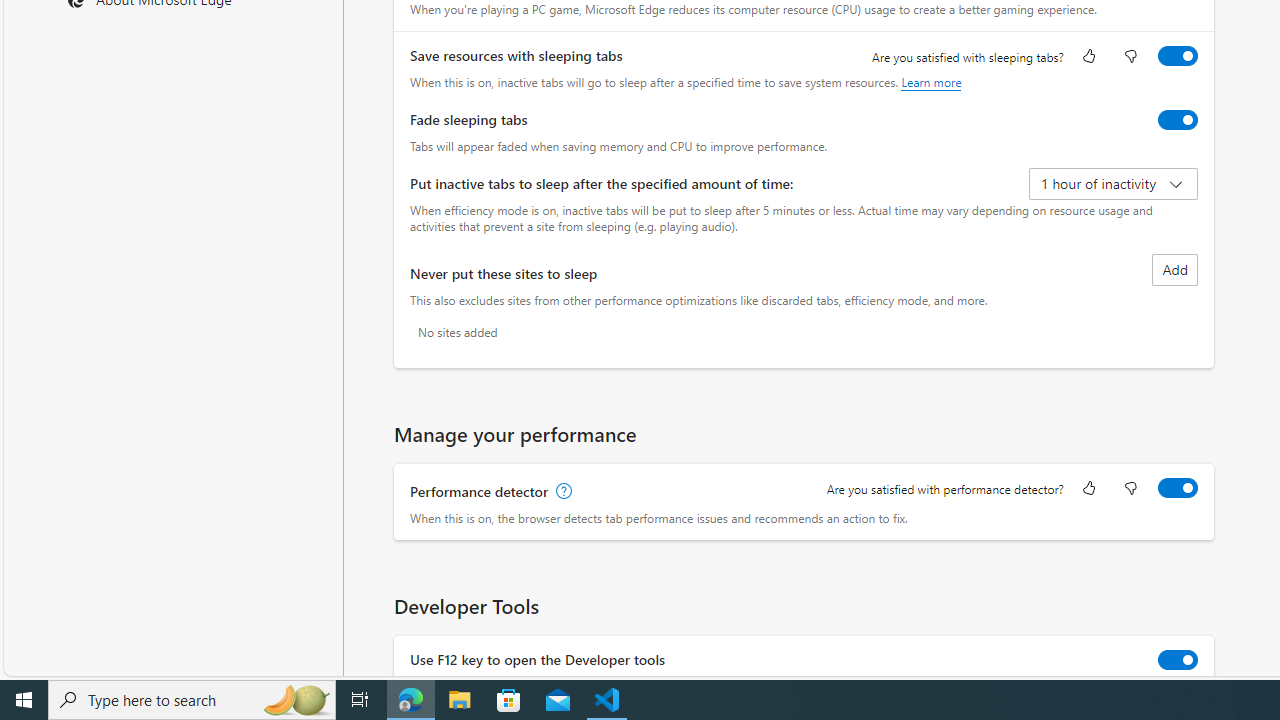 Image resolution: width=1280 pixels, height=720 pixels. Describe the element at coordinates (561, 492) in the screenshot. I see `'Performance detector, learn more'` at that location.